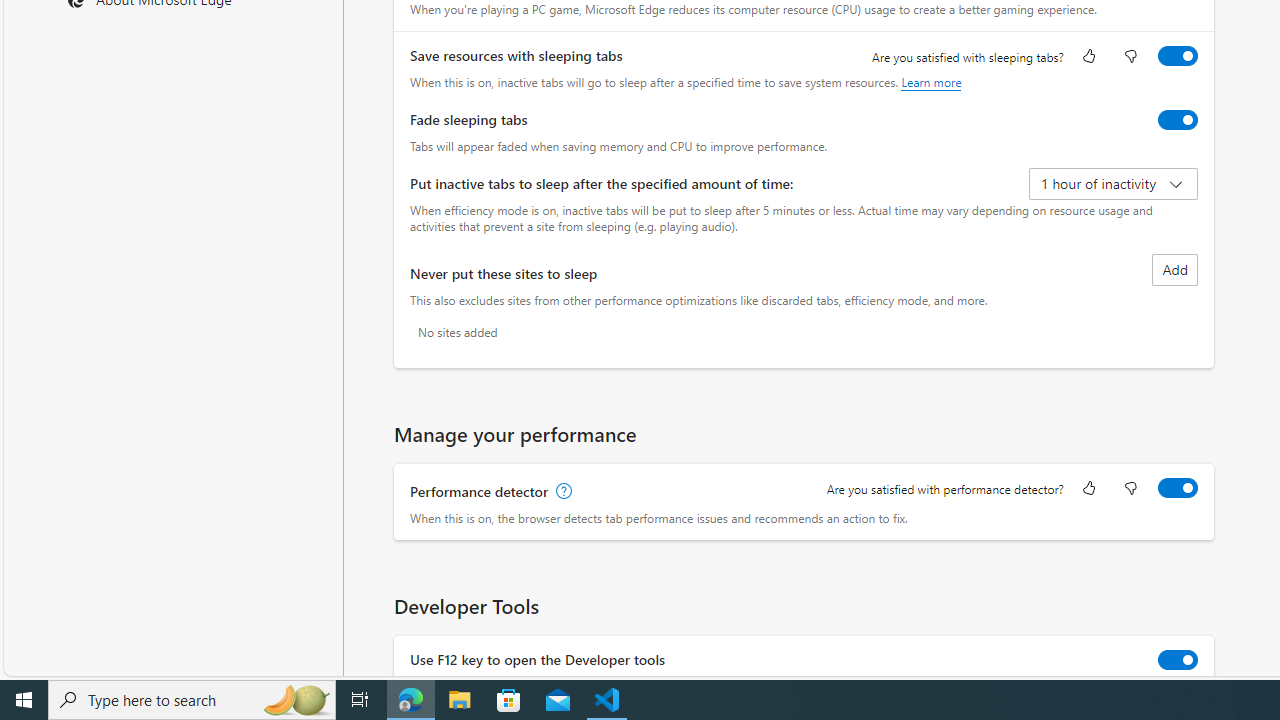 Image resolution: width=1280 pixels, height=720 pixels. Describe the element at coordinates (561, 492) in the screenshot. I see `'Performance detector, learn more'` at that location.